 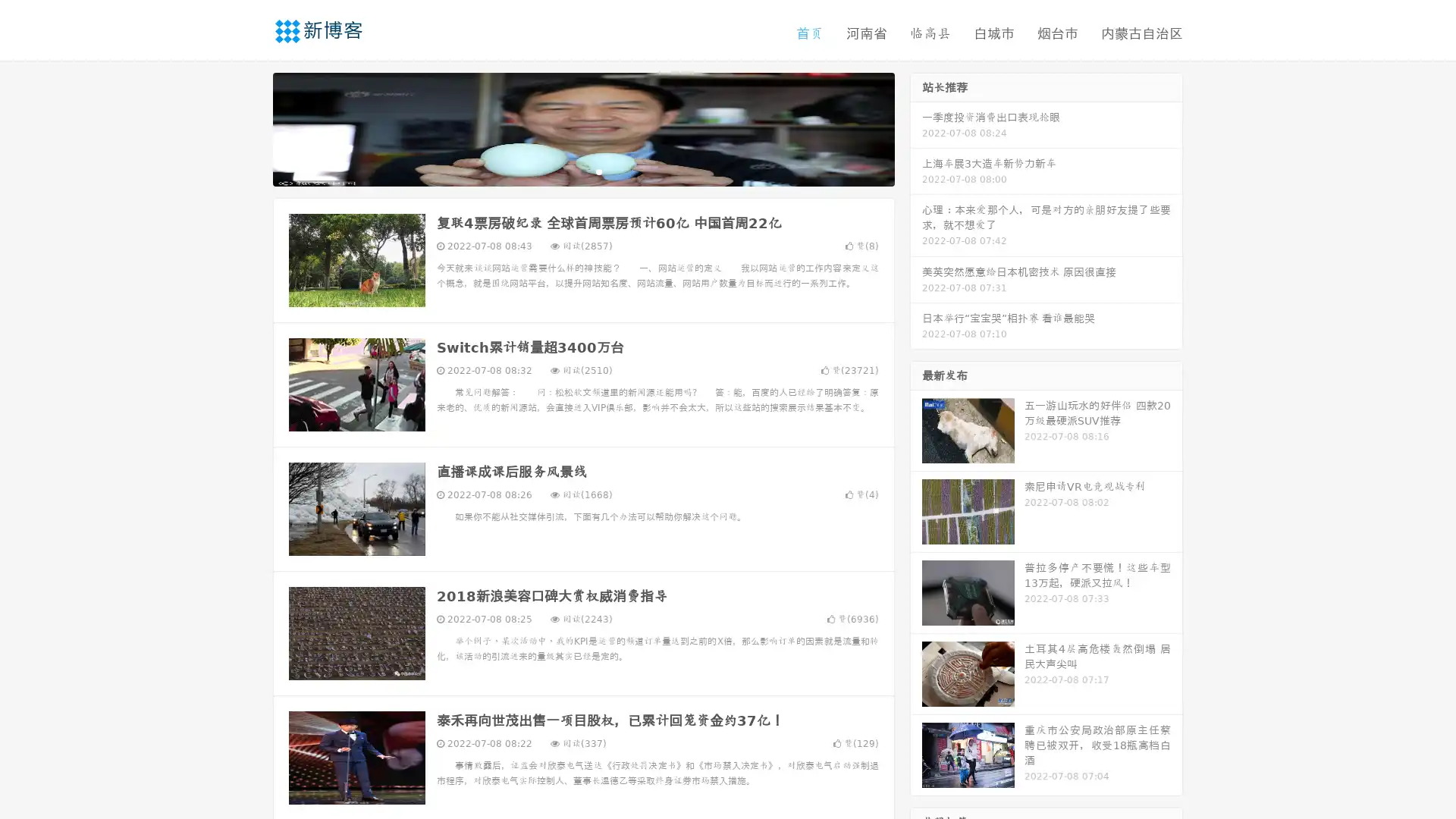 What do you see at coordinates (598, 171) in the screenshot?
I see `Go to slide 3` at bounding box center [598, 171].